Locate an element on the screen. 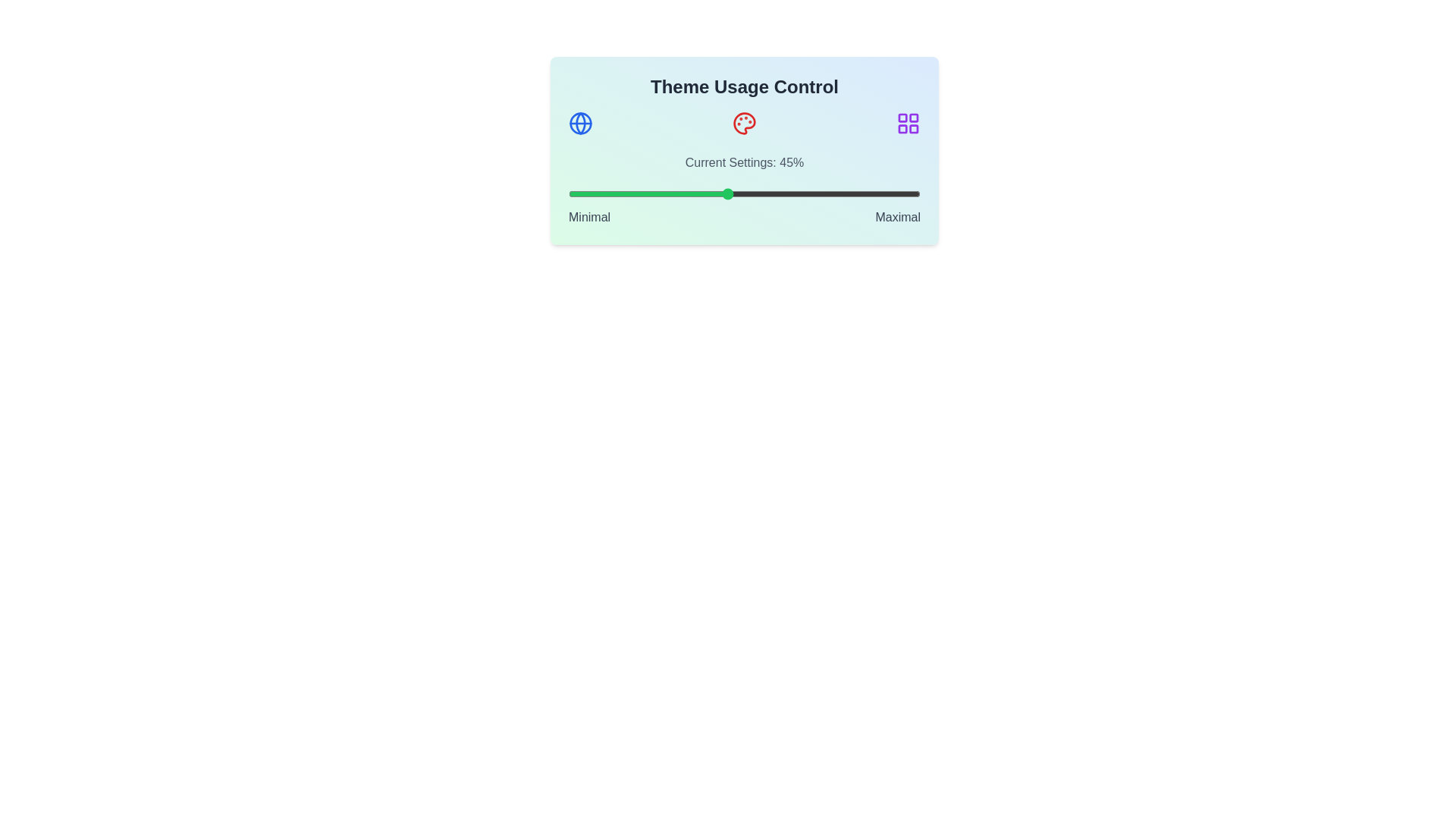 The height and width of the screenshot is (819, 1456). the slider to set the theme usage percentage to 4 is located at coordinates (582, 193).